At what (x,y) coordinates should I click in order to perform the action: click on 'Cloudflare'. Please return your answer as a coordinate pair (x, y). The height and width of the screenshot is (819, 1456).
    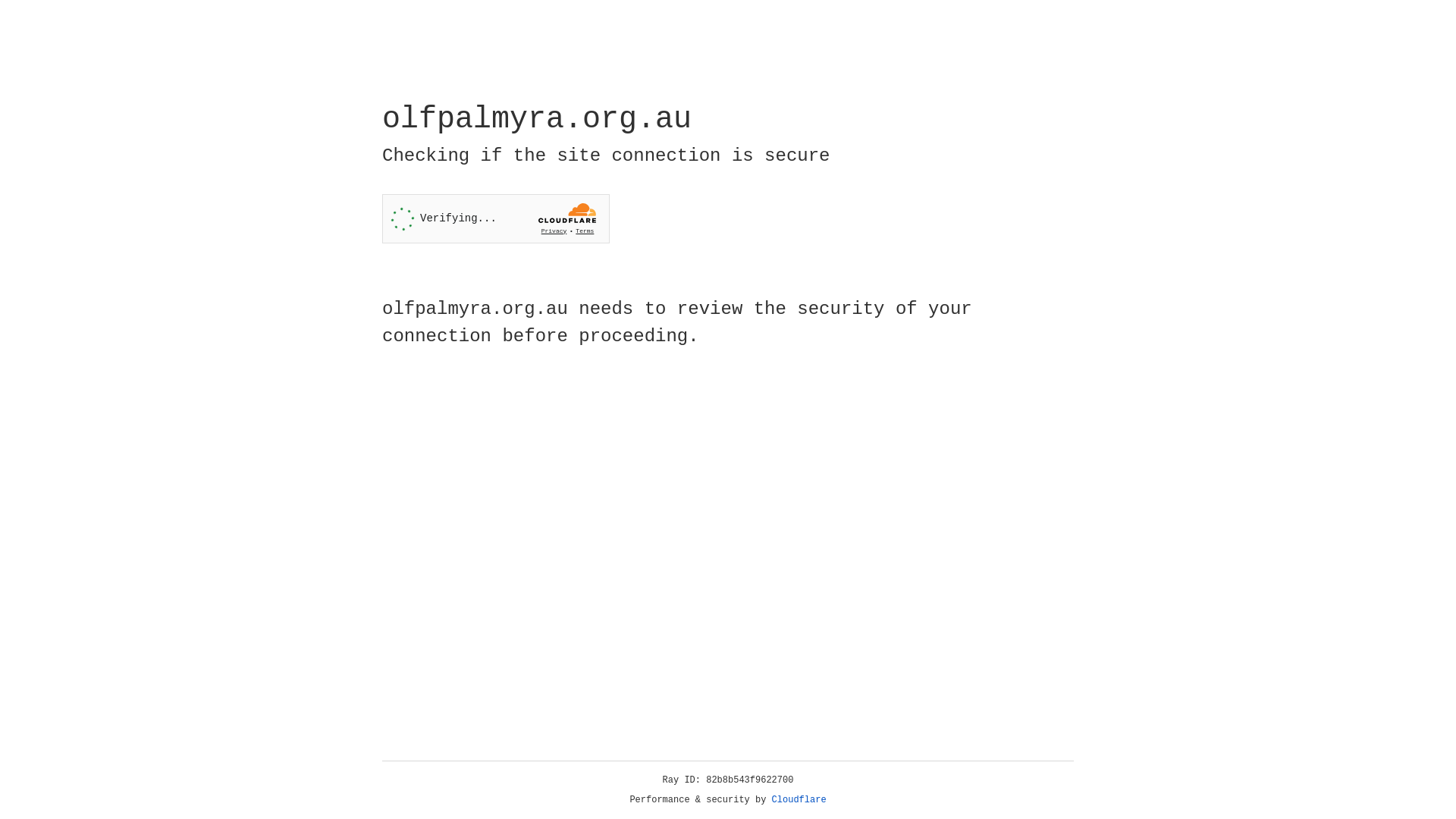
    Looking at the image, I should click on (771, 799).